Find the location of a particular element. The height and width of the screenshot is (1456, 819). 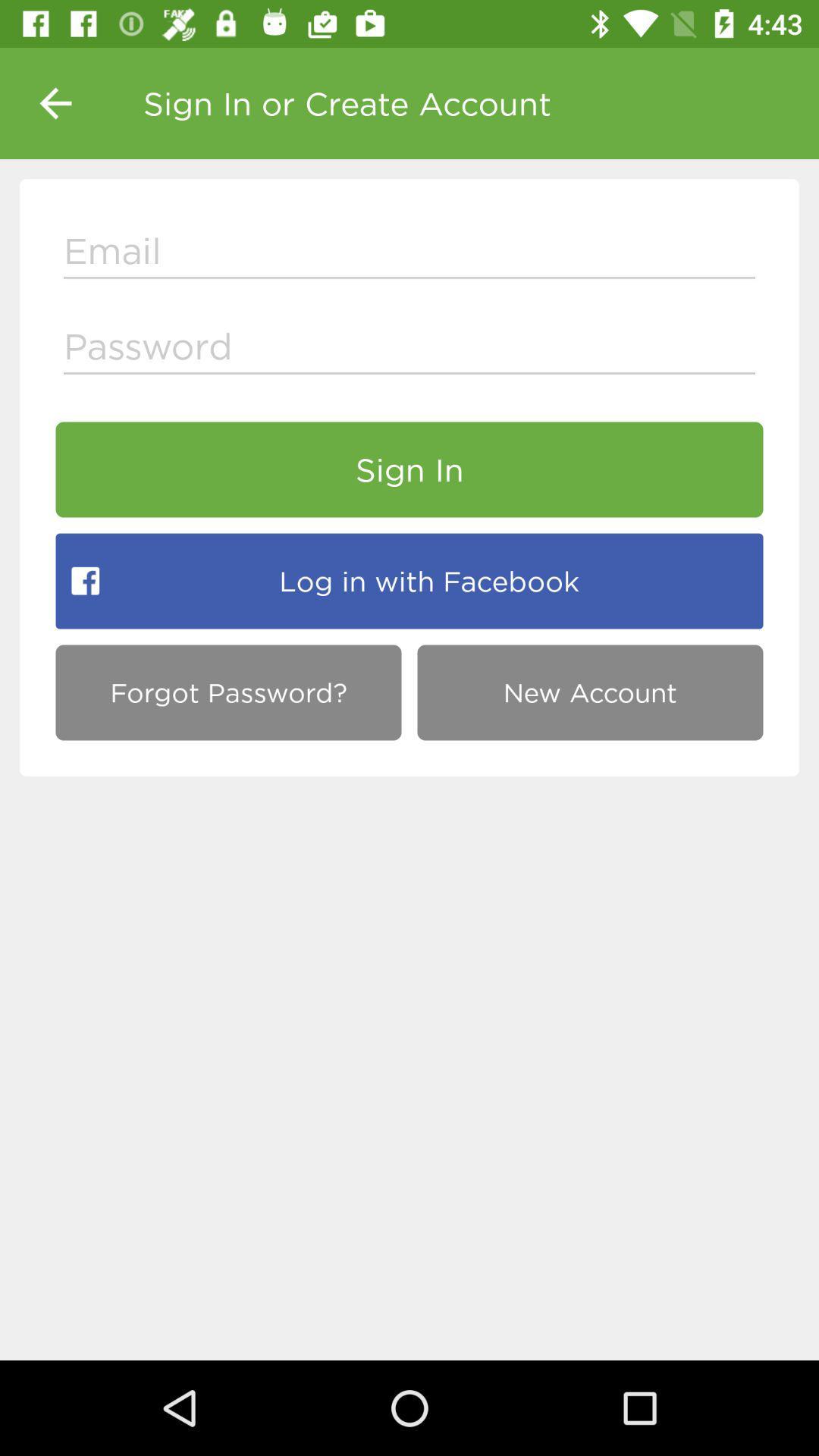

input email adress is located at coordinates (409, 255).